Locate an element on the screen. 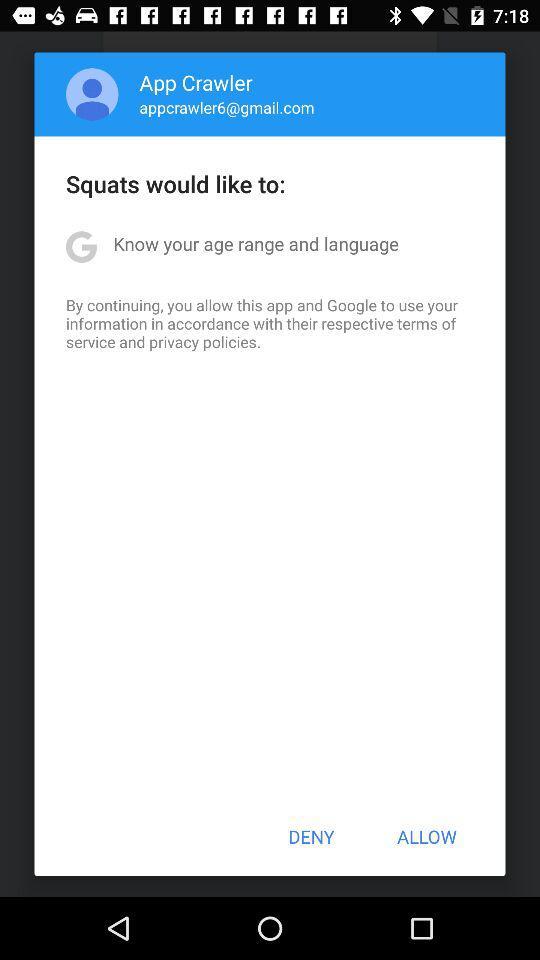 The height and width of the screenshot is (960, 540). item to the left of app crawler is located at coordinates (91, 94).